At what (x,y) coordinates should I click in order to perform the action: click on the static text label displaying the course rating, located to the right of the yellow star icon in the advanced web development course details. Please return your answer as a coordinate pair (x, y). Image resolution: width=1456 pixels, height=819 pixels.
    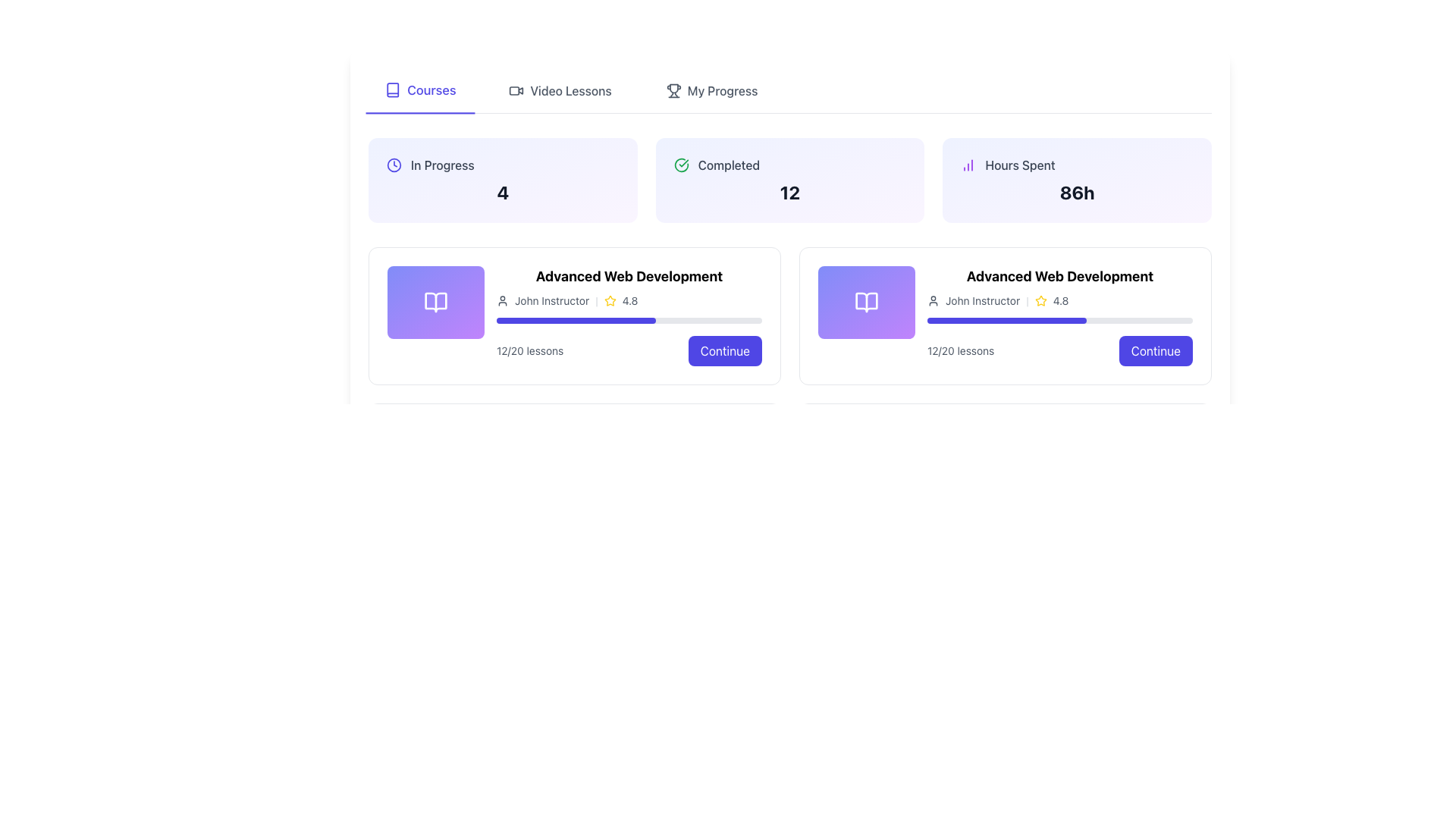
    Looking at the image, I should click on (629, 301).